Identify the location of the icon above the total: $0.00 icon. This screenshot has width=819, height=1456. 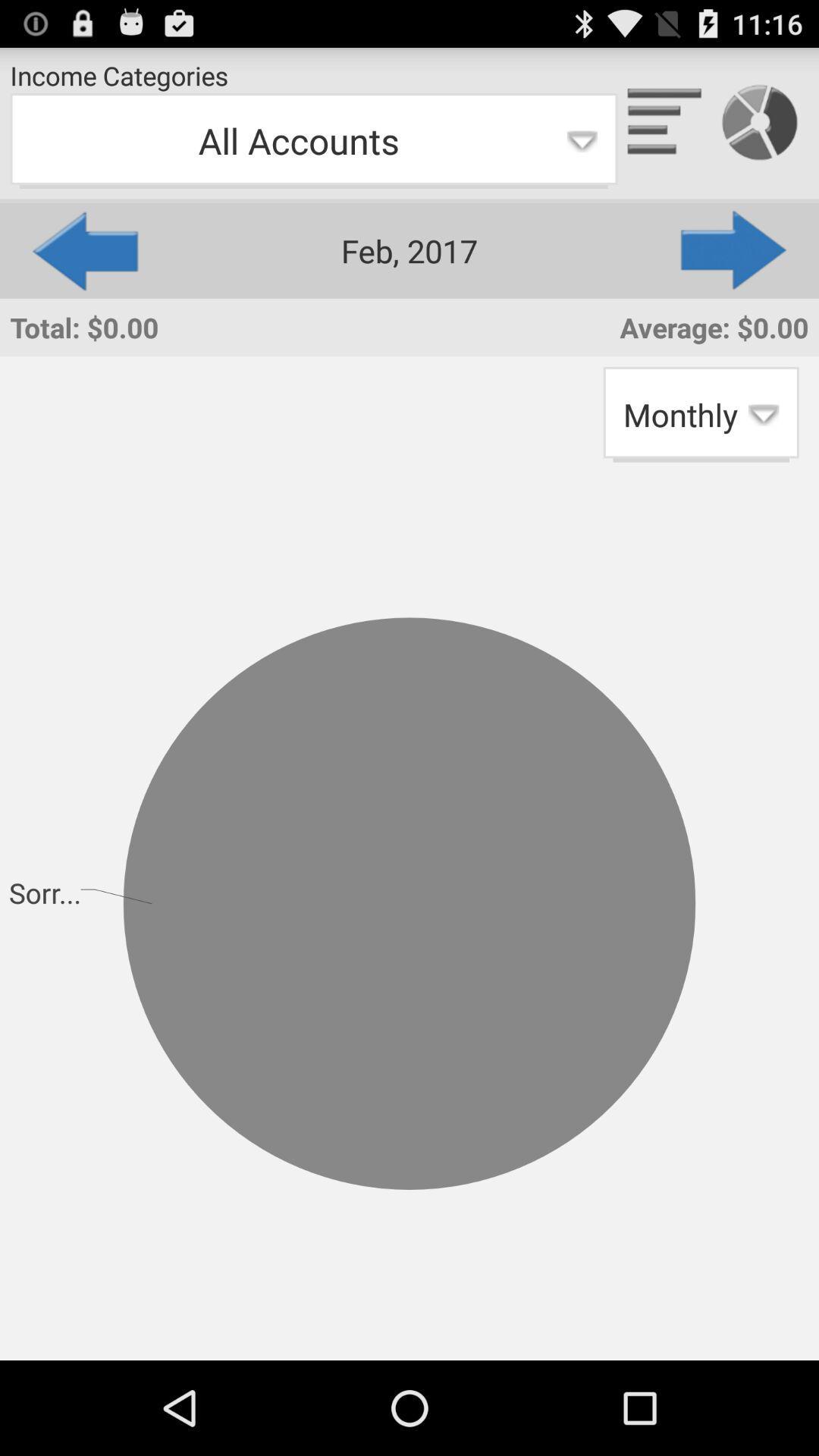
(83, 250).